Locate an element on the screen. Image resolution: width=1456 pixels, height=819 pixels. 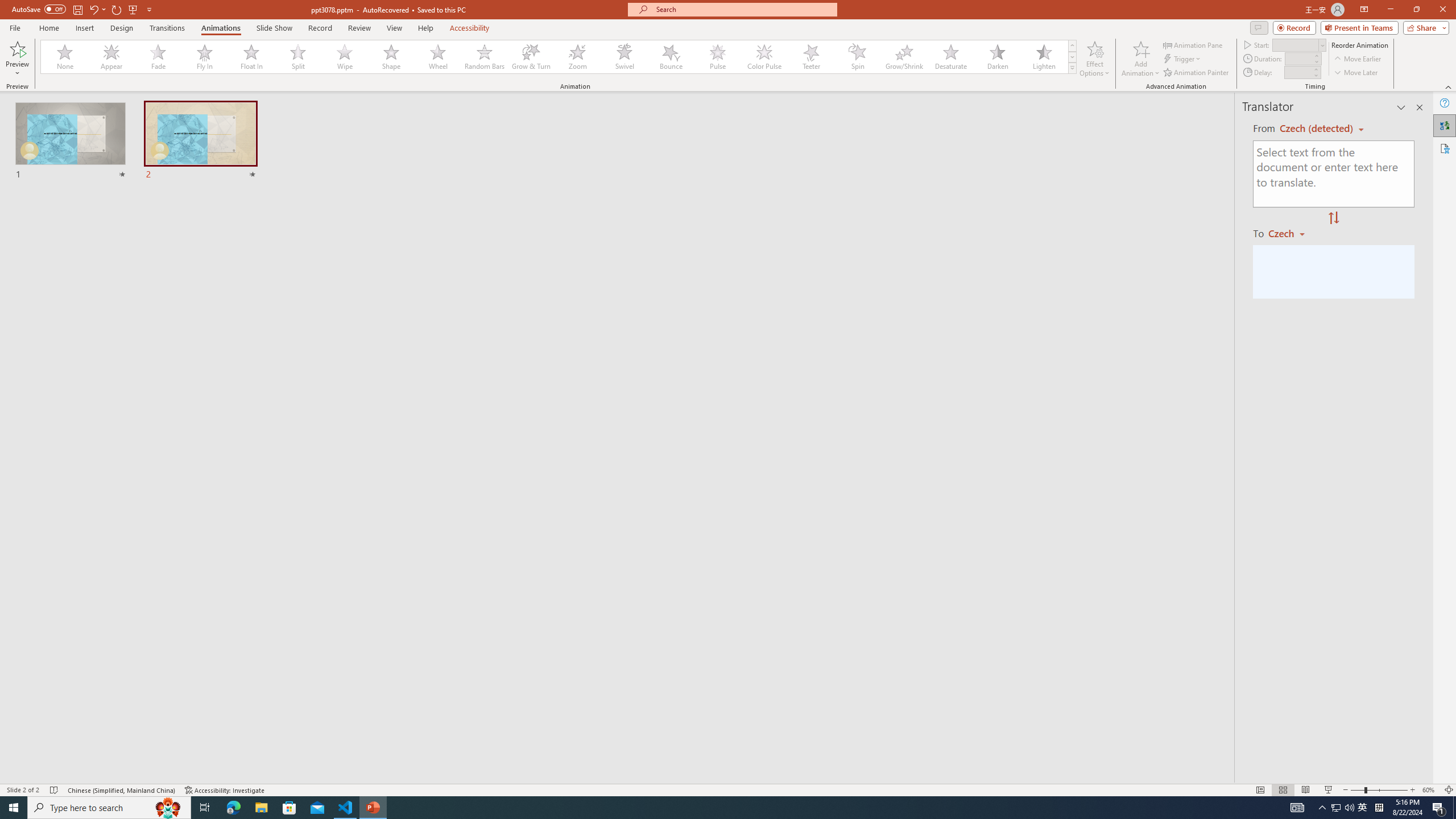
'Pulse' is located at coordinates (717, 56).